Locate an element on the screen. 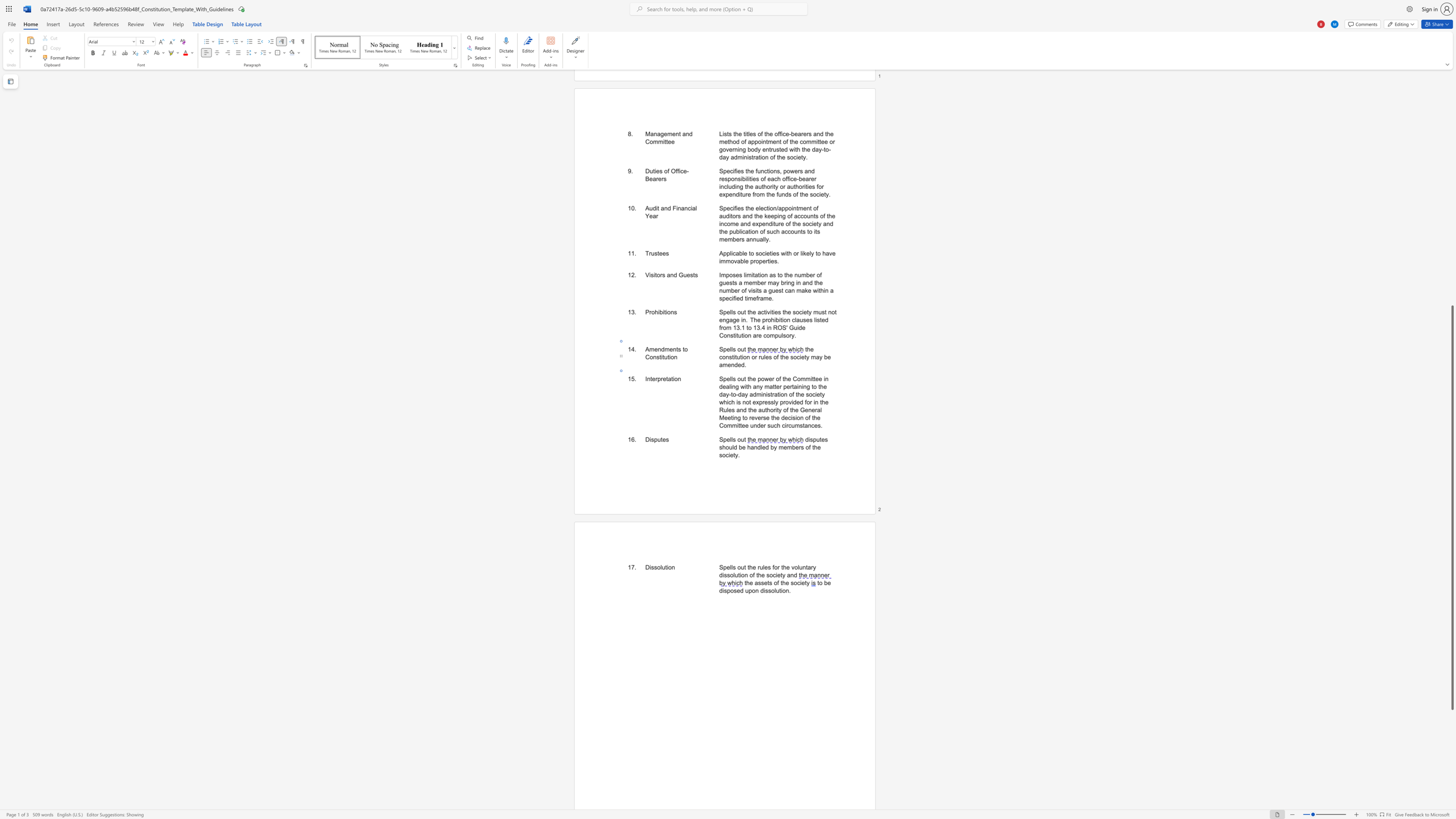 Image resolution: width=1456 pixels, height=819 pixels. the 1th character "e" in the text is located at coordinates (751, 583).